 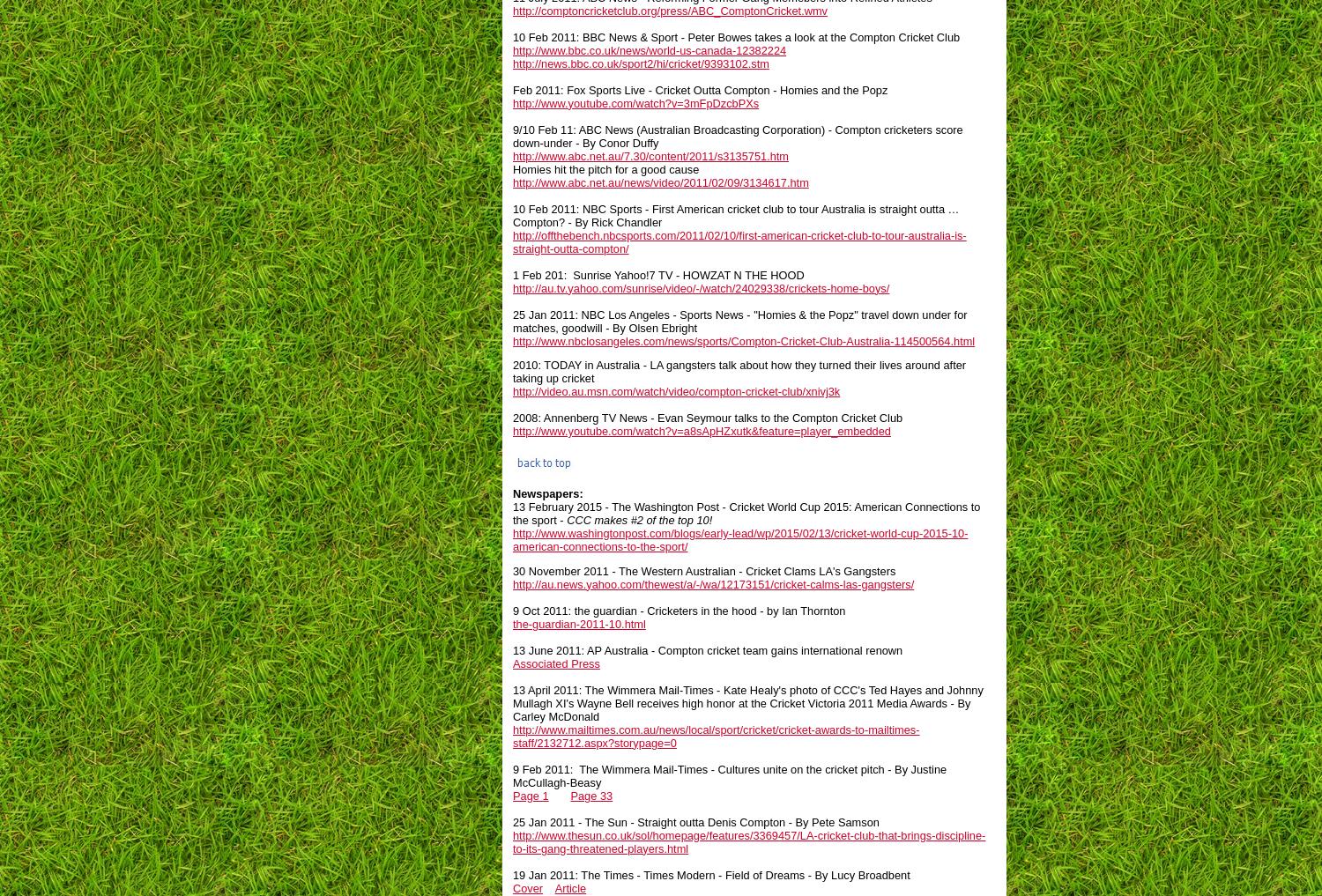 I want to click on 'Article', so click(x=569, y=887).